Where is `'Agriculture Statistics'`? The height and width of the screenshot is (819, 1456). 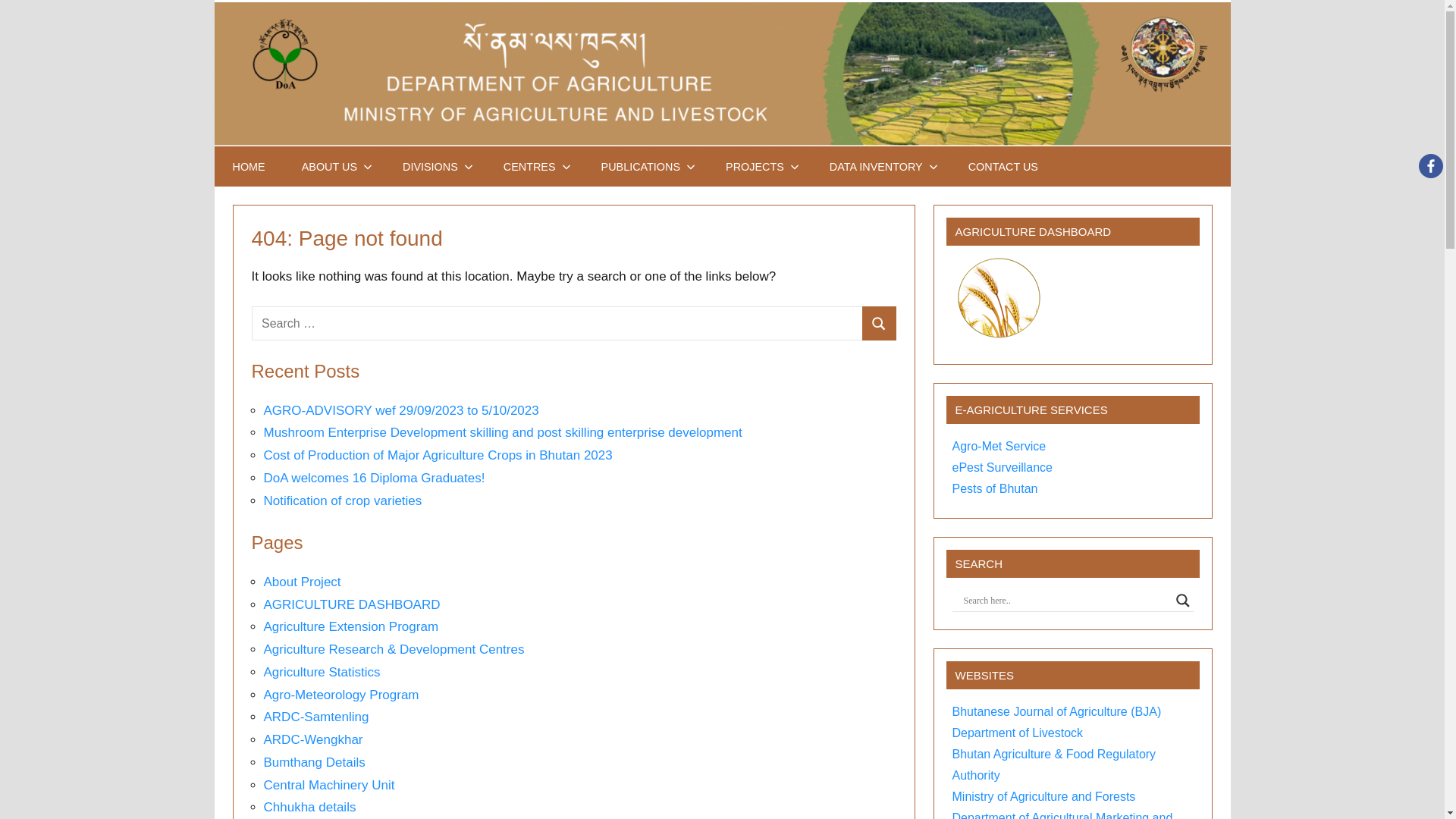 'Agriculture Statistics' is located at coordinates (322, 671).